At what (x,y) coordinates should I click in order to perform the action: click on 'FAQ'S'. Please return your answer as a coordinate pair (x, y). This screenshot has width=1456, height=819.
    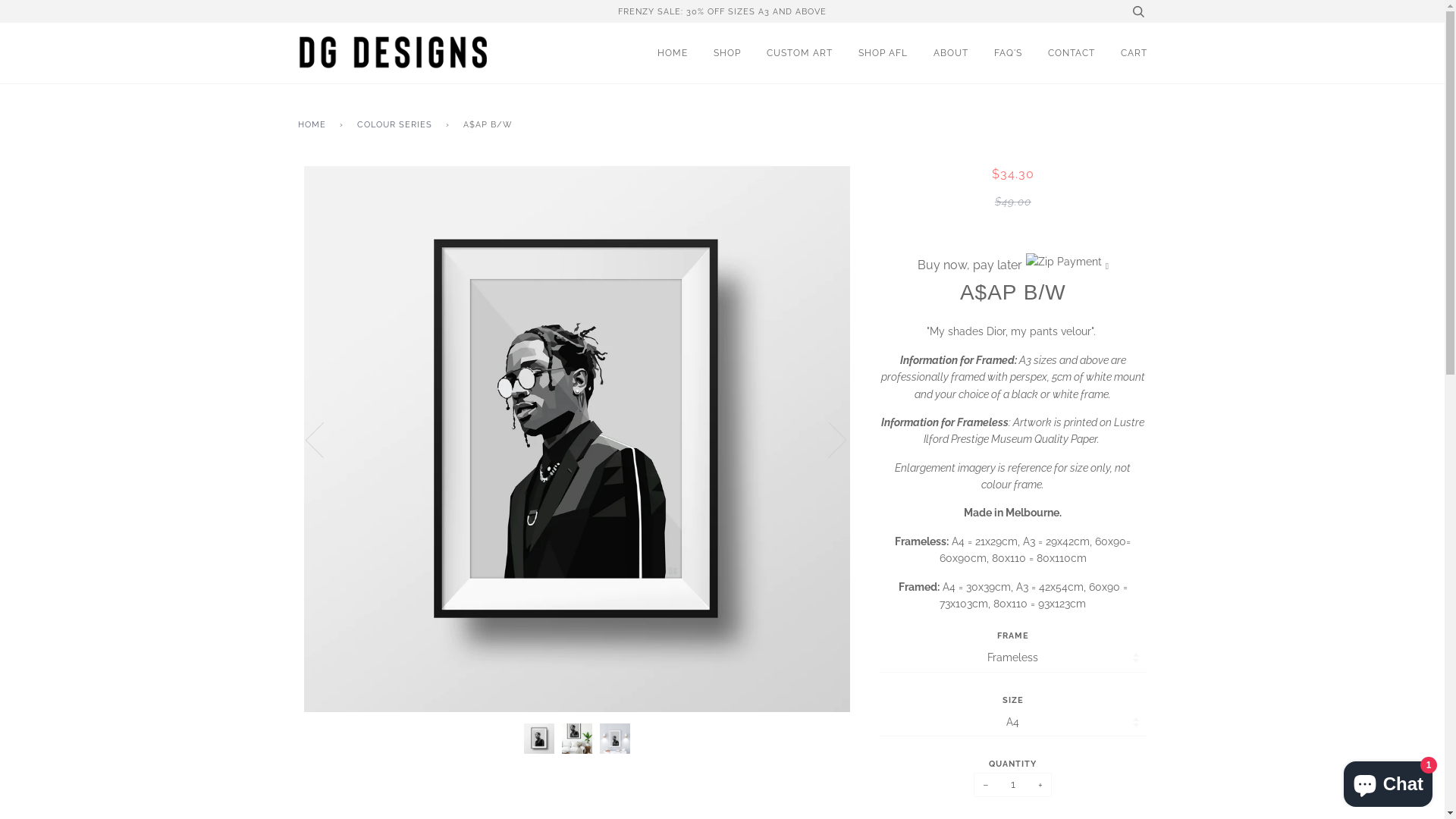
    Looking at the image, I should click on (1007, 52).